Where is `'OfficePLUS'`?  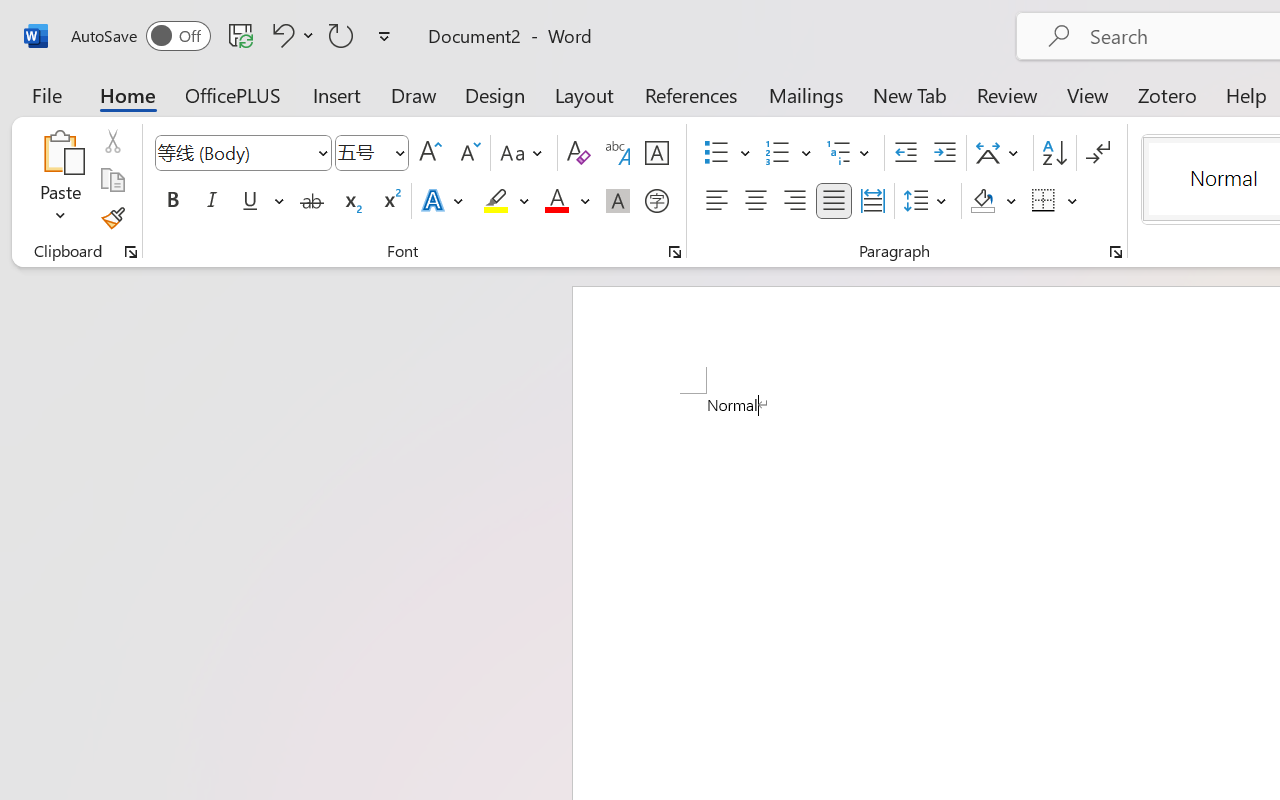
'OfficePLUS' is located at coordinates (233, 94).